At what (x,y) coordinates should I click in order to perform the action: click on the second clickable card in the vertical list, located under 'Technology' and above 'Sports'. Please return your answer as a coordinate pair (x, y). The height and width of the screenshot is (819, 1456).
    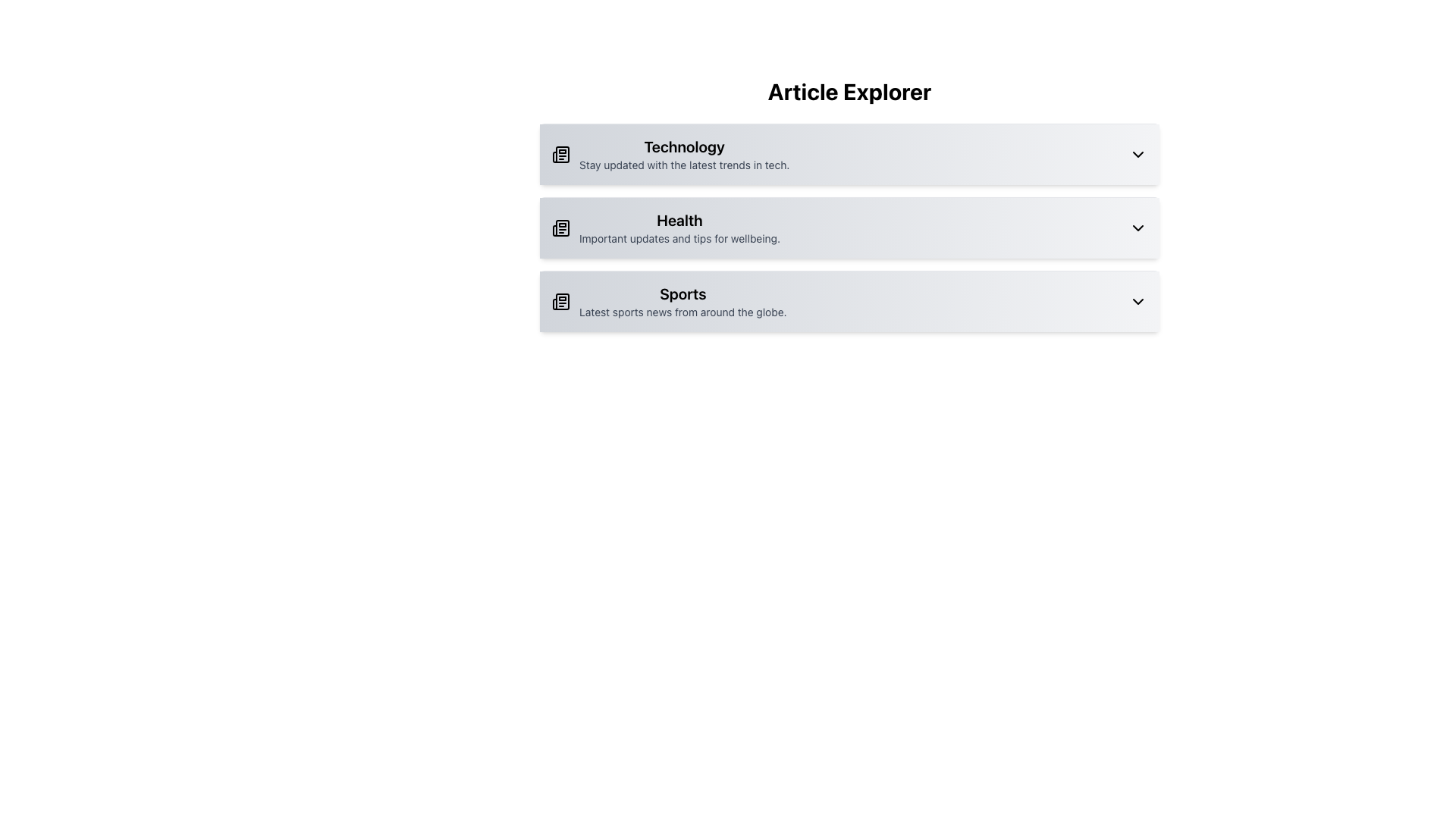
    Looking at the image, I should click on (849, 227).